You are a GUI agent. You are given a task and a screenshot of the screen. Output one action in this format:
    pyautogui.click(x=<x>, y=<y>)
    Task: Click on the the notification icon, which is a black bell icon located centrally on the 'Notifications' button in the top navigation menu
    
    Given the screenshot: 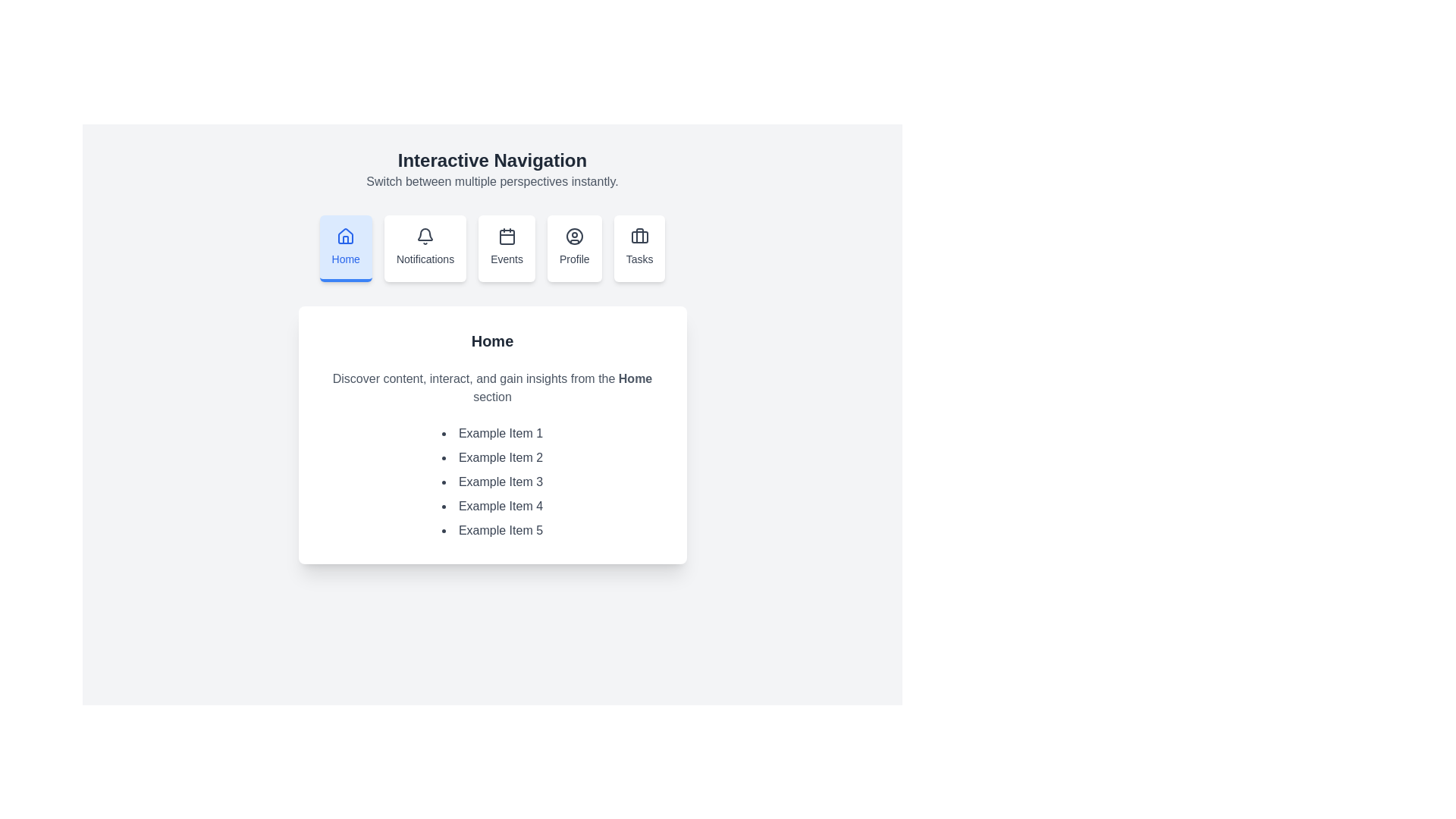 What is the action you would take?
    pyautogui.click(x=425, y=237)
    